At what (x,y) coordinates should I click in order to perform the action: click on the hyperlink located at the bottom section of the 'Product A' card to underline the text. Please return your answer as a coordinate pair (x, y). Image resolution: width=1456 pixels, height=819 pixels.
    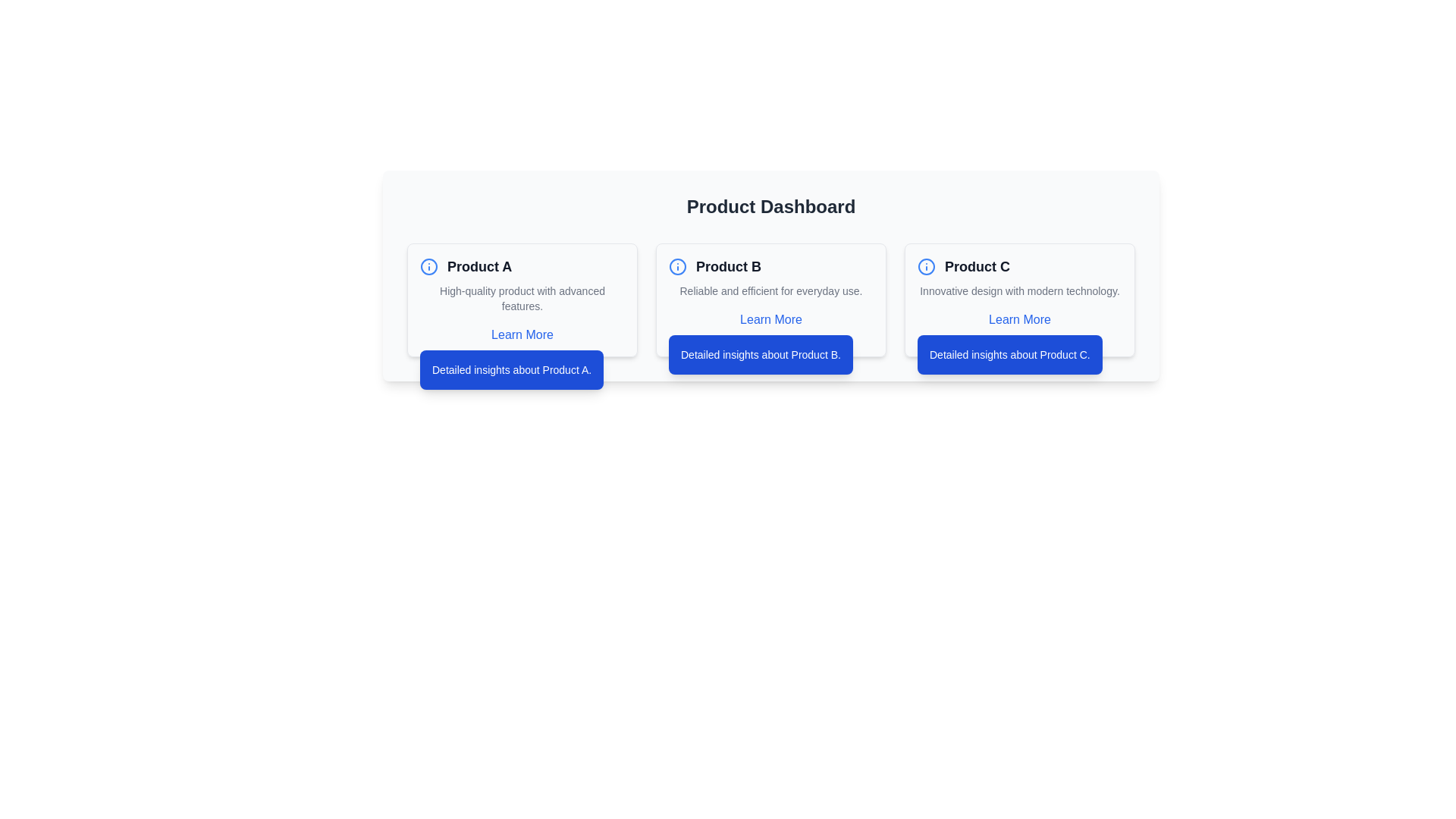
    Looking at the image, I should click on (522, 334).